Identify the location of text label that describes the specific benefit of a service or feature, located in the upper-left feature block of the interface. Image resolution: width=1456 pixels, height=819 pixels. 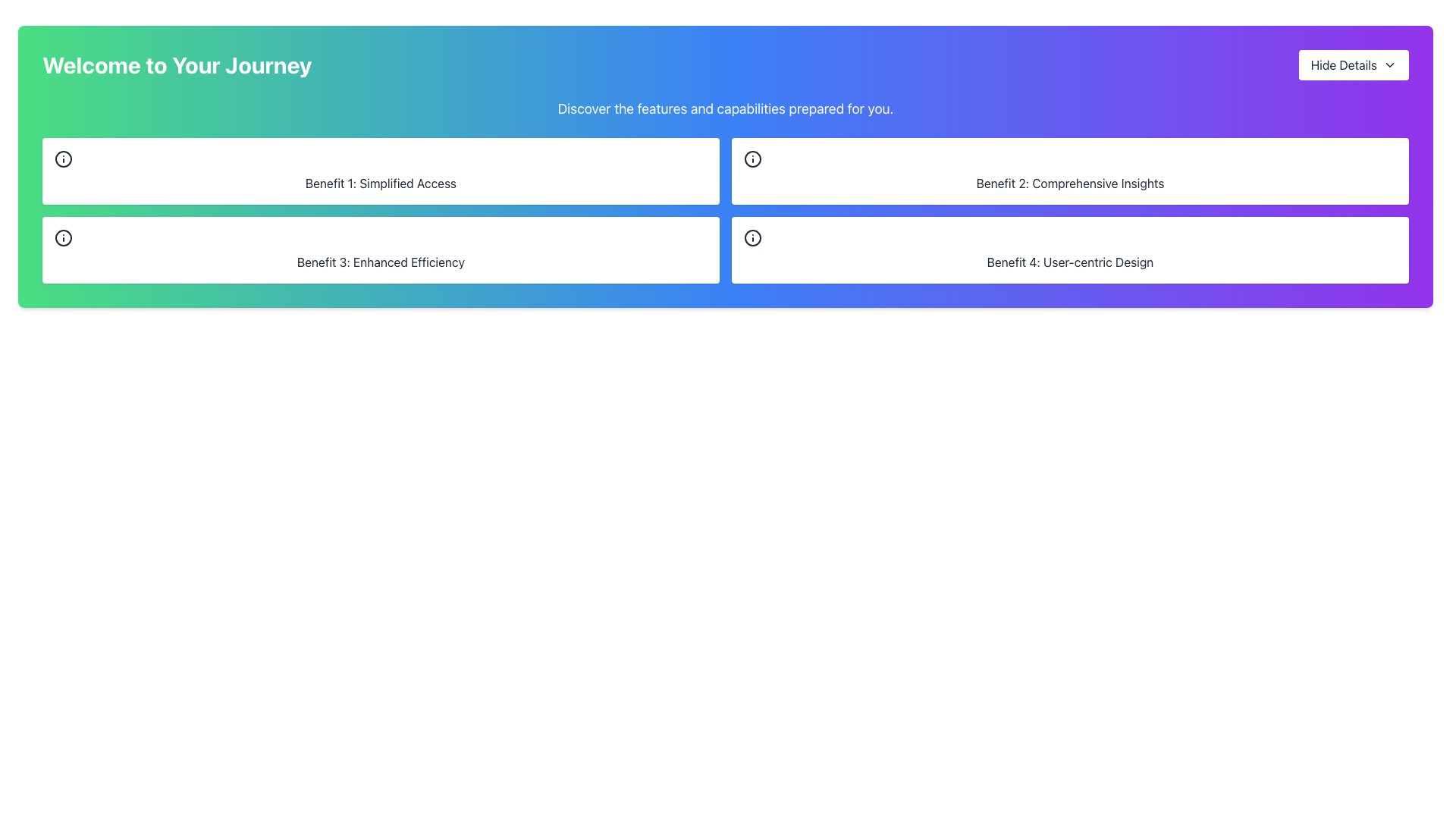
(381, 183).